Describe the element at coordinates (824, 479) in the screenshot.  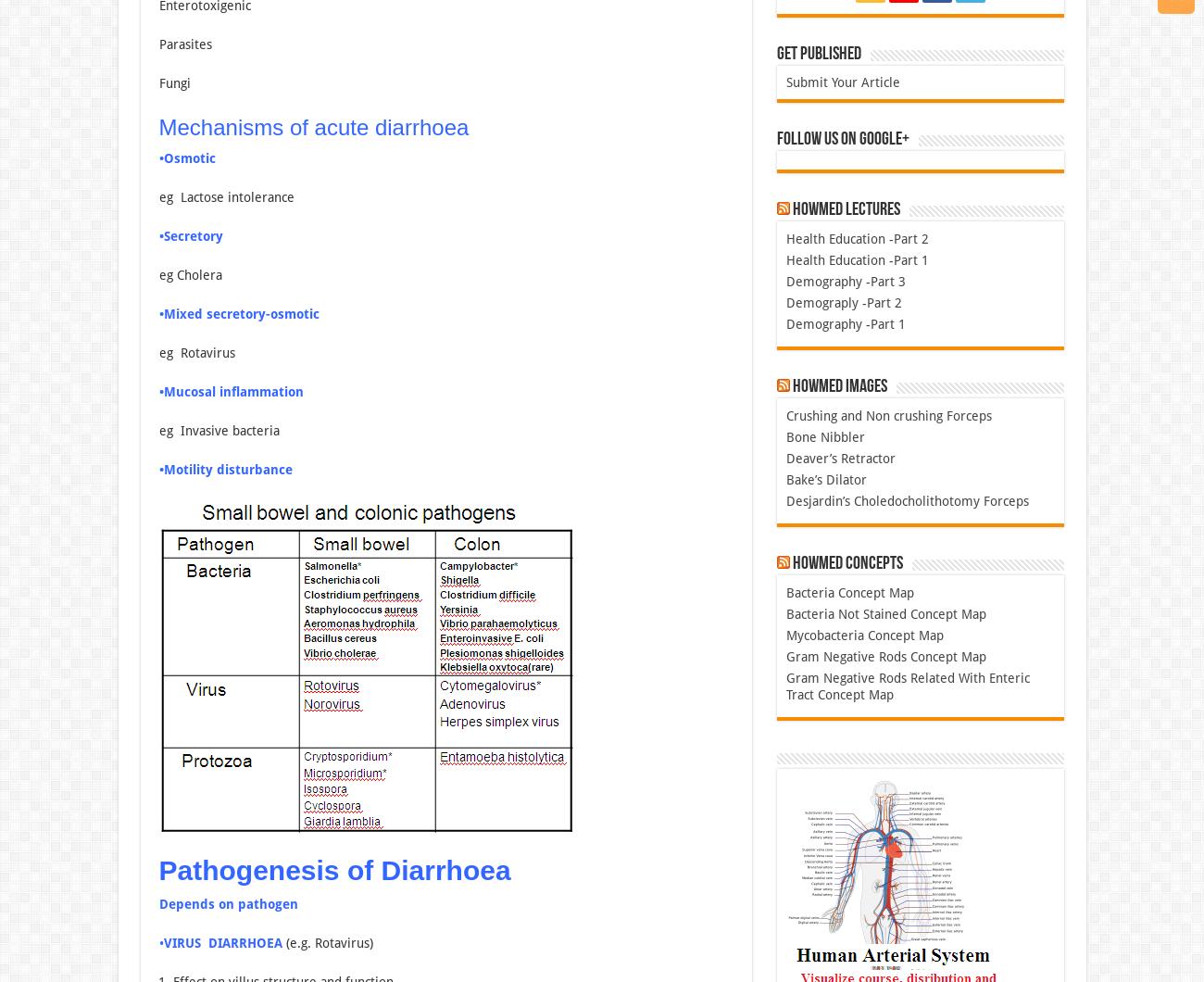
I see `'Bake’s Dilator'` at that location.